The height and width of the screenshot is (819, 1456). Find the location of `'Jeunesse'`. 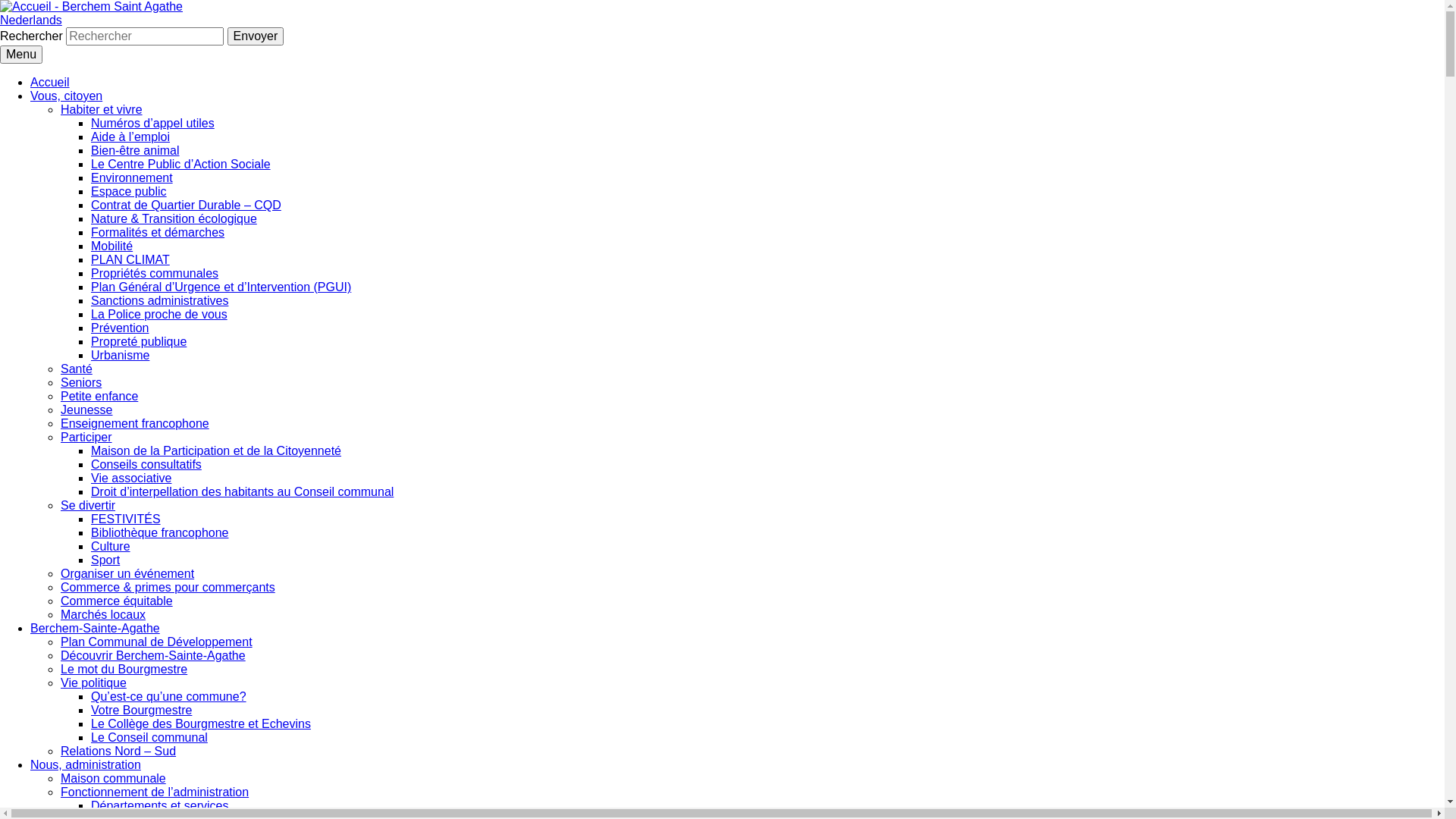

'Jeunesse' is located at coordinates (86, 409).